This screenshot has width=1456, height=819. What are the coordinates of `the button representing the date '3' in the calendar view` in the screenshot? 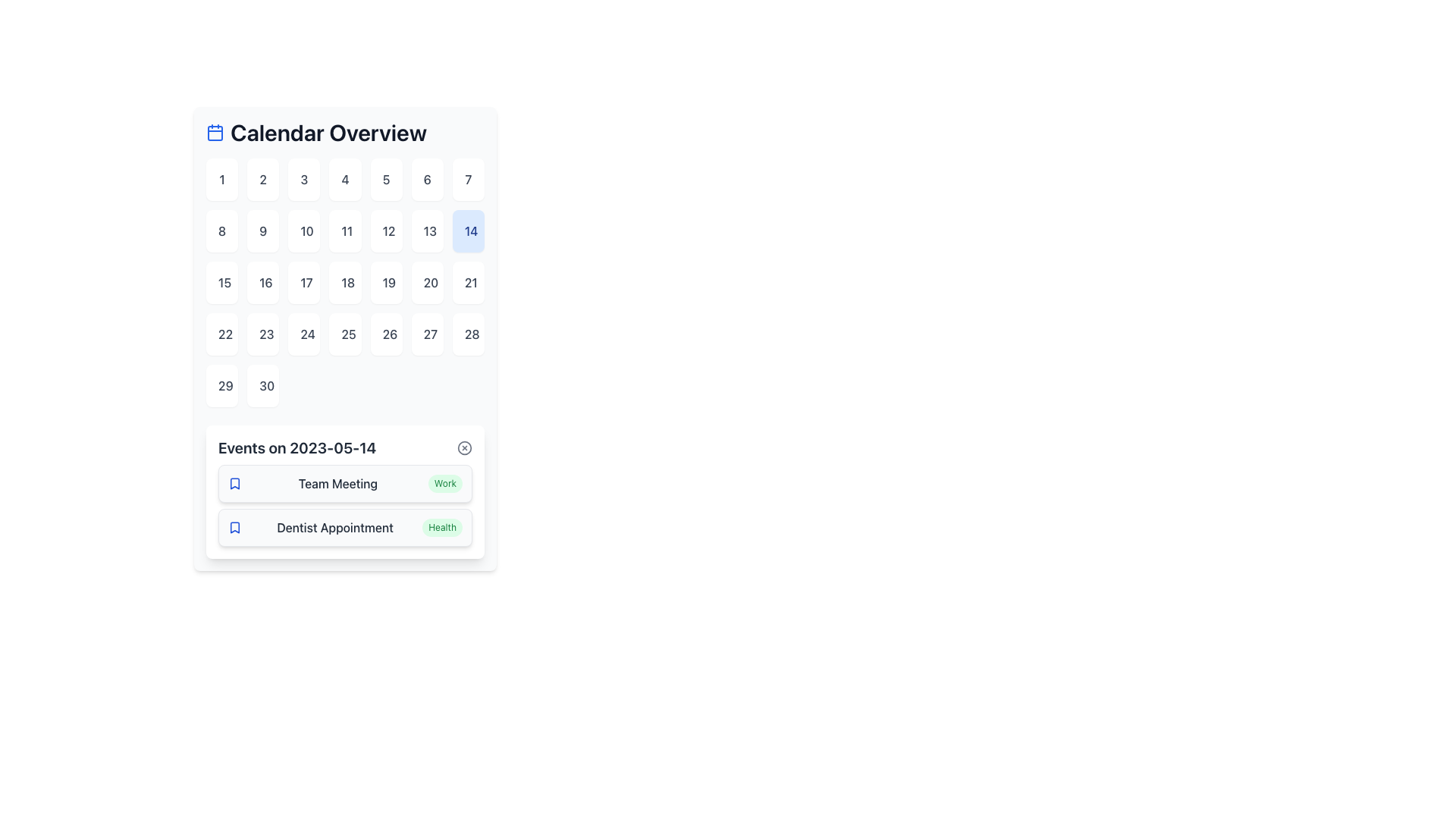 It's located at (303, 178).